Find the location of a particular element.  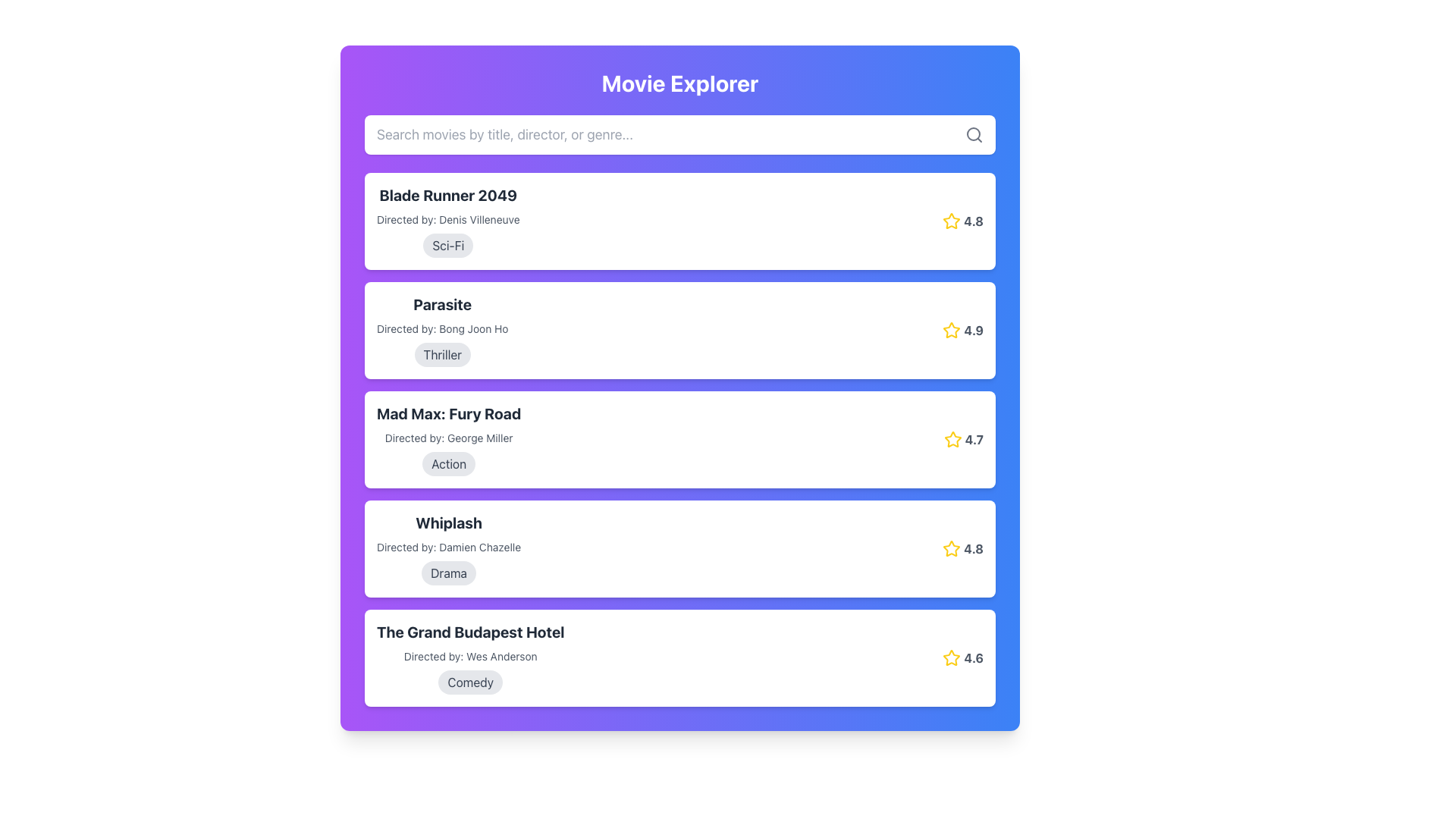

the movie information card, which is the fifth card in a vertical list that displays details such as title, director, genre, and rating is located at coordinates (679, 657).